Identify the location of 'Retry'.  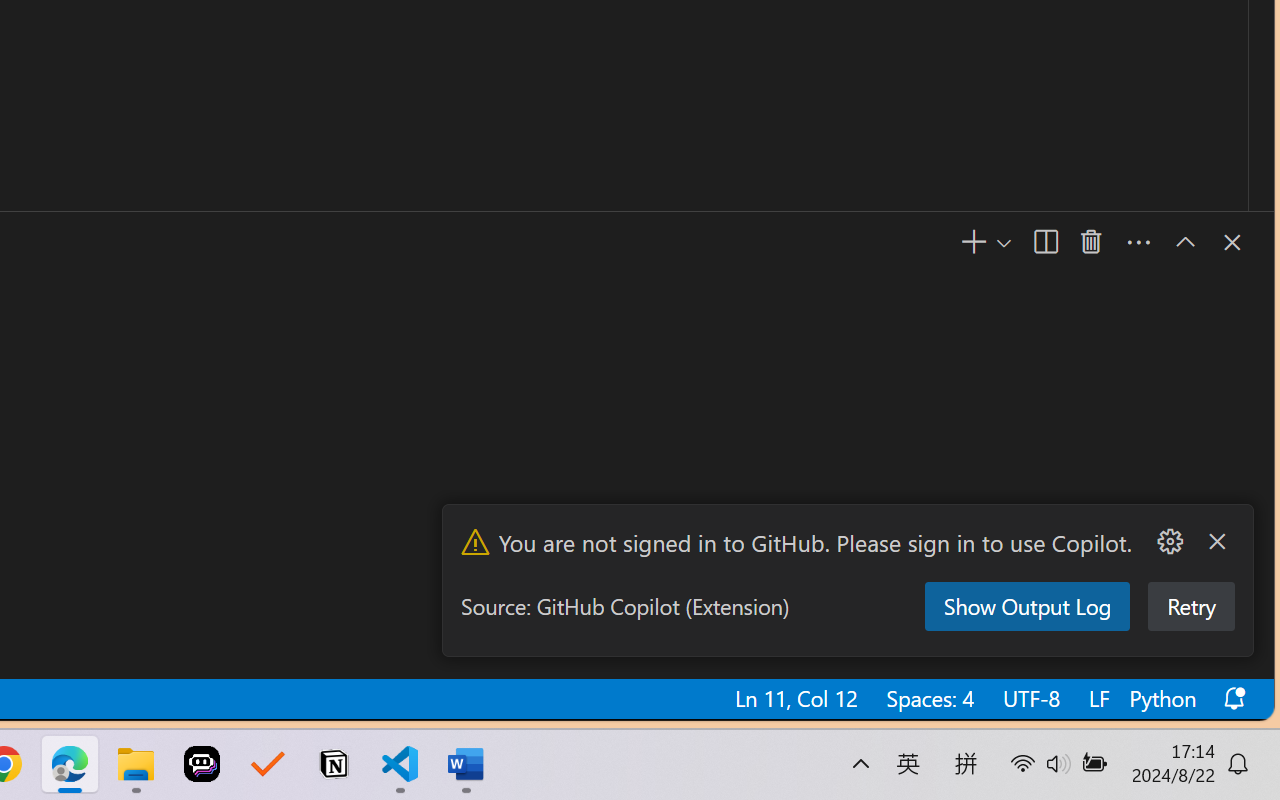
(1189, 606).